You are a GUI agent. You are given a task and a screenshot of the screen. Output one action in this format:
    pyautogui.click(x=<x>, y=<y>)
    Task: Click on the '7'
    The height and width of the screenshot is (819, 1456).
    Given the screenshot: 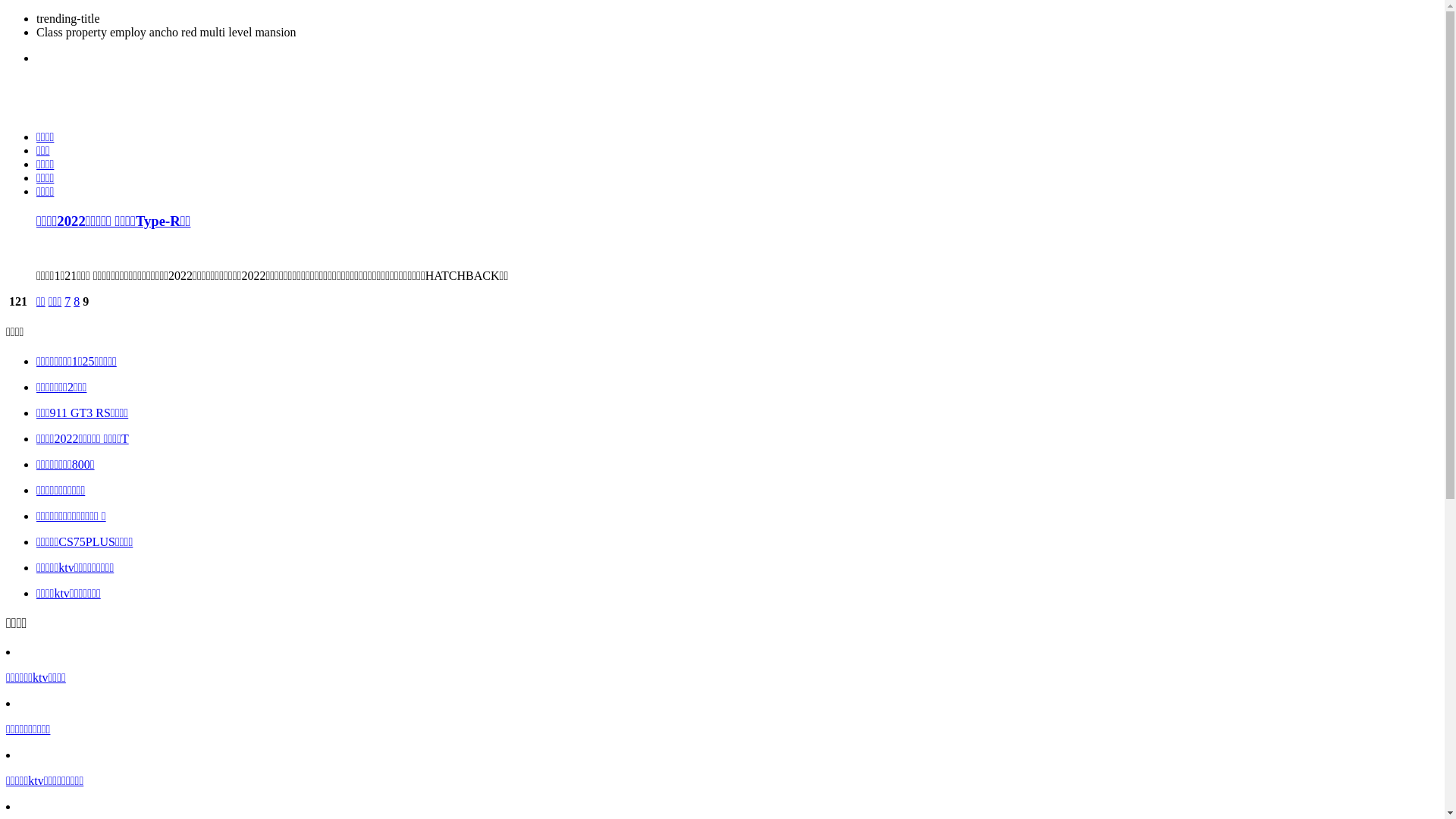 What is the action you would take?
    pyautogui.click(x=64, y=301)
    